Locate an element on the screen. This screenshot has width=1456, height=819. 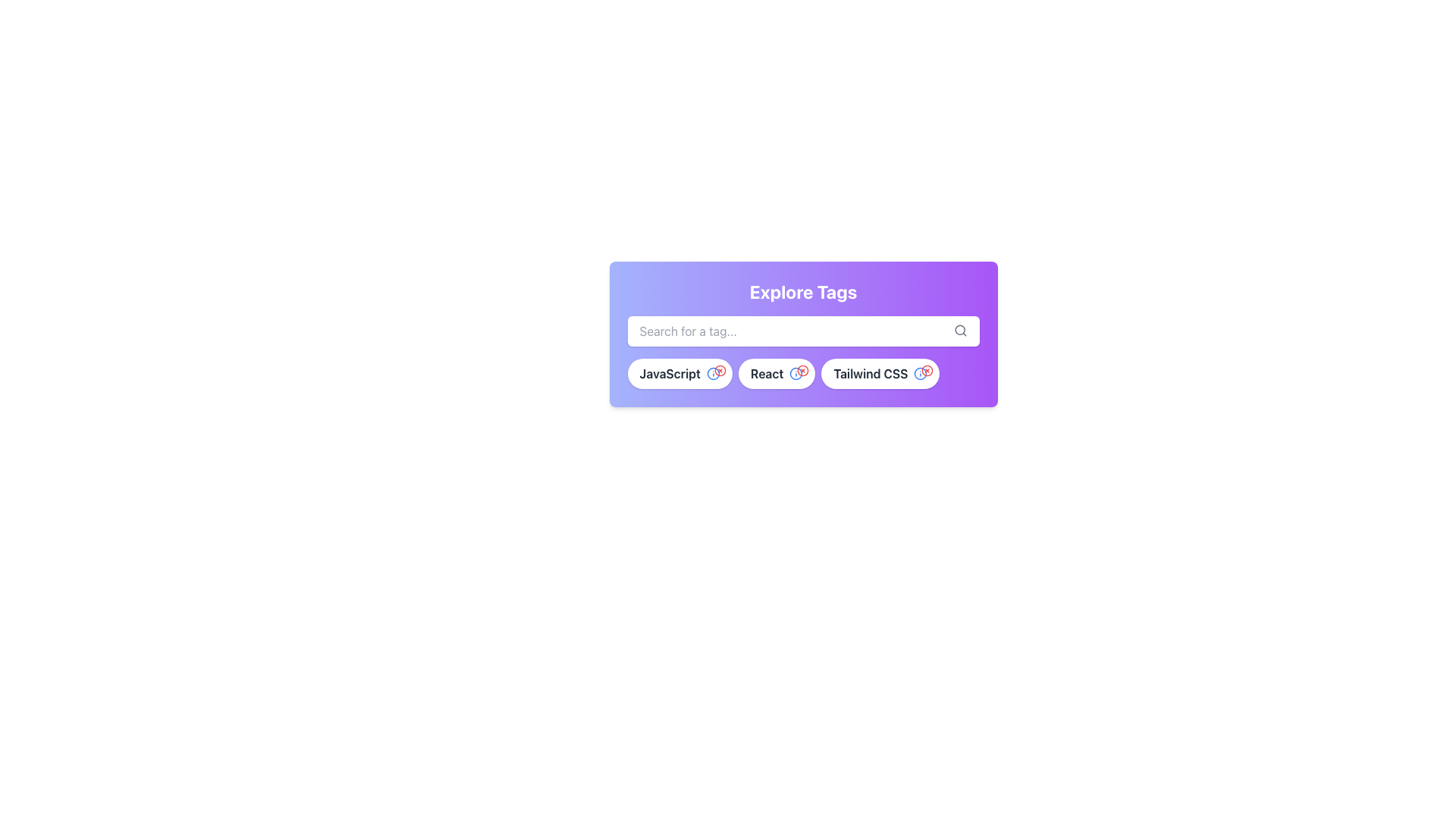
the 'React' button with a blue 'i' icon, which is the second tag in the horizontal list under 'Explore Tags' is located at coordinates (777, 374).